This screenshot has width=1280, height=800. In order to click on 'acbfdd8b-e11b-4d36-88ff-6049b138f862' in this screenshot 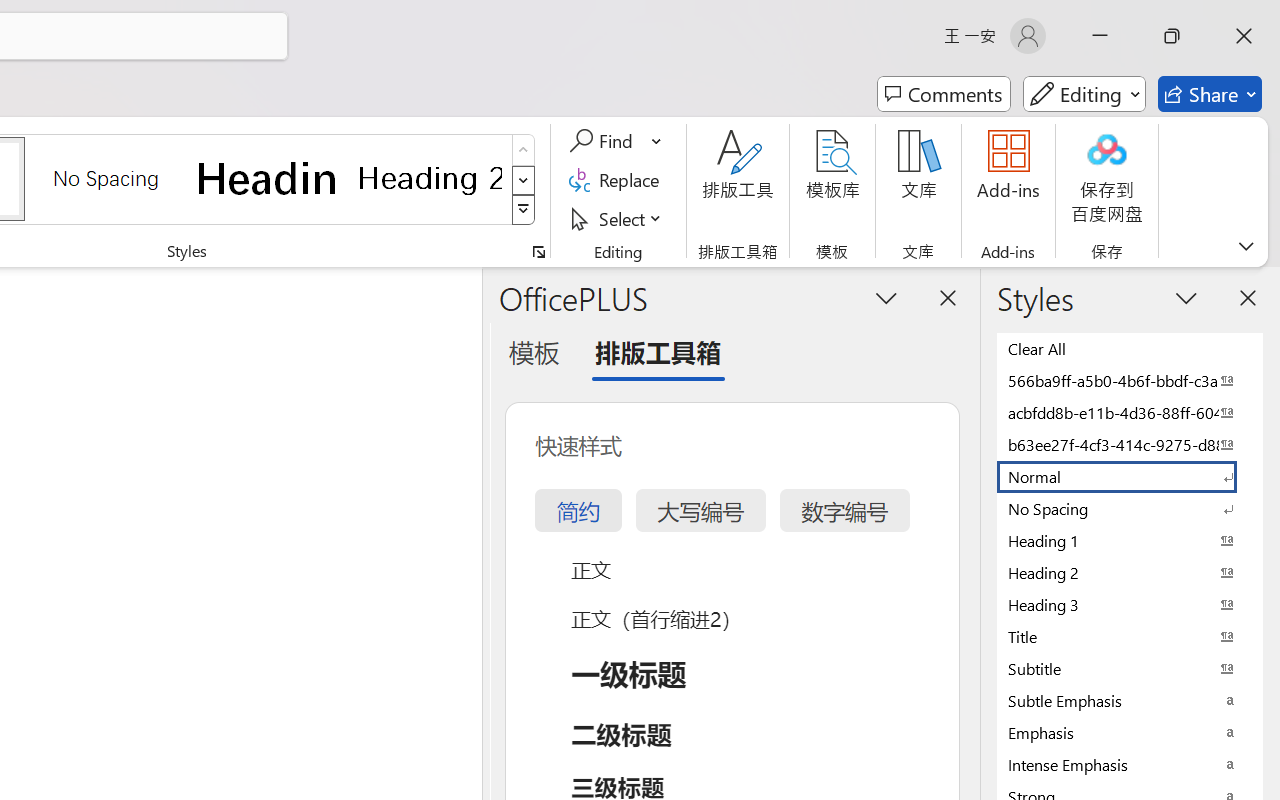, I will do `click(1130, 412)`.